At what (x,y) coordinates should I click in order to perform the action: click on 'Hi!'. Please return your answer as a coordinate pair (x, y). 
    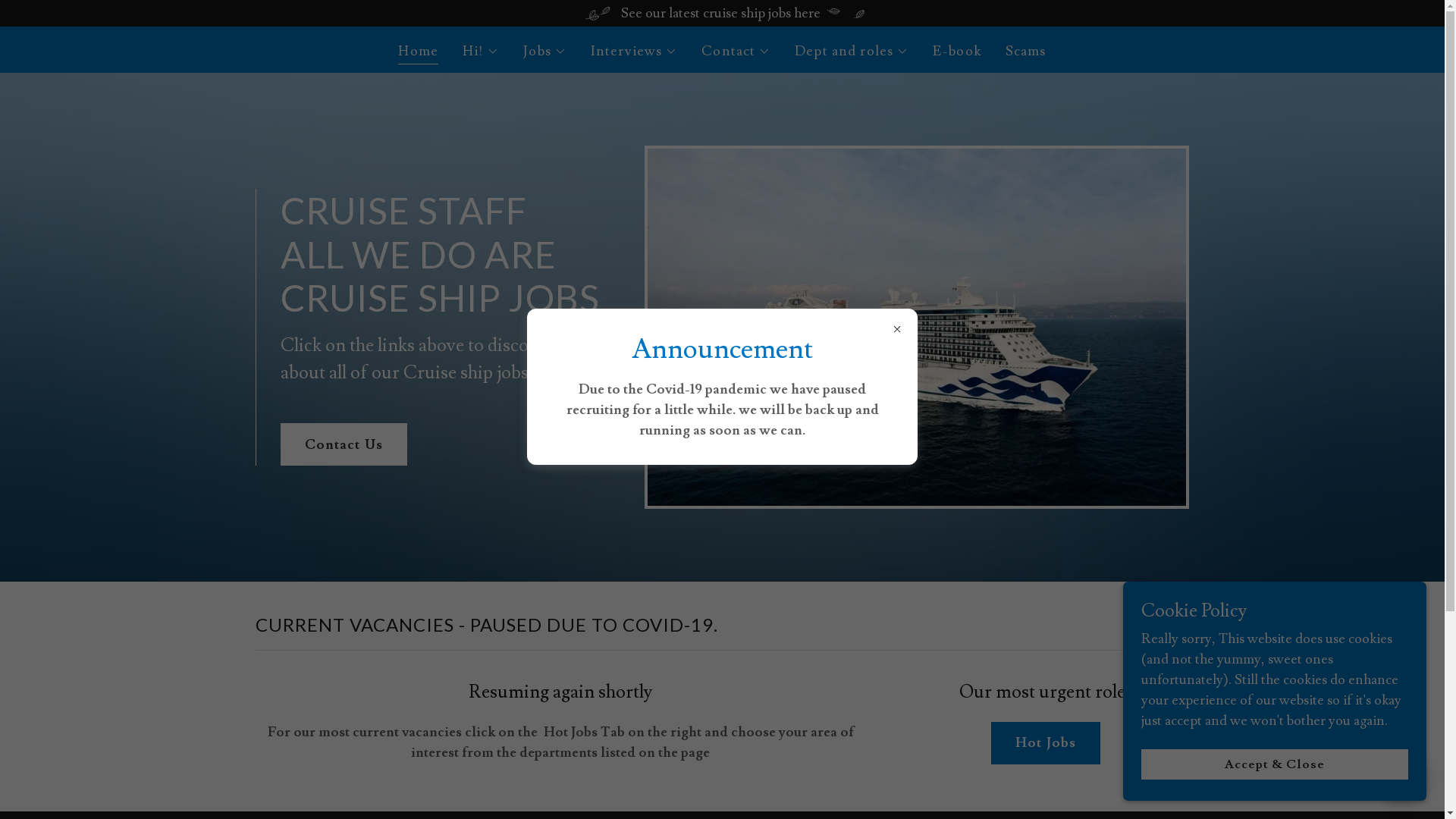
    Looking at the image, I should click on (479, 51).